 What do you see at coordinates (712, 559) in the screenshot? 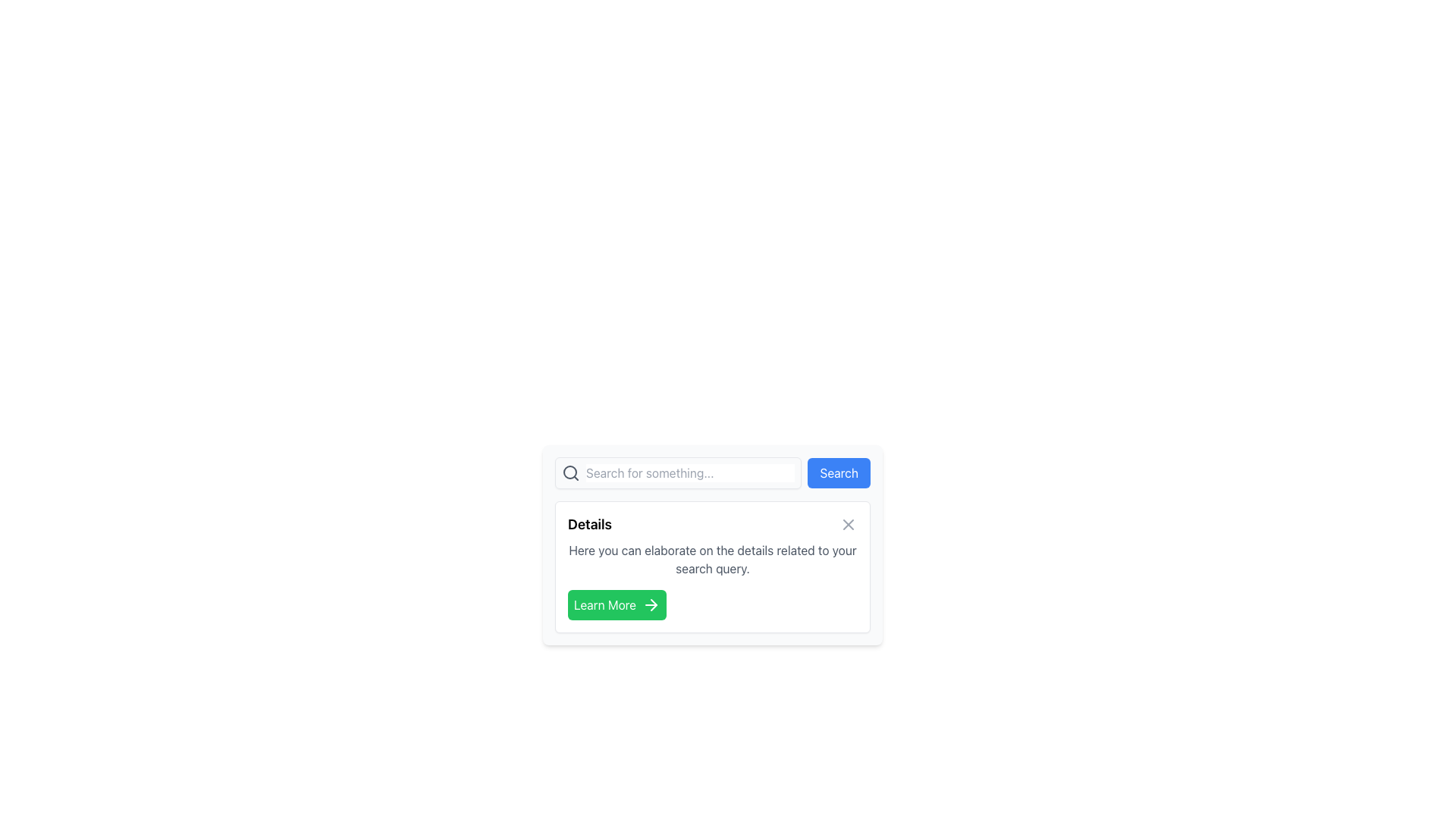
I see `text label displaying 'Here you can elaborate on the details related to your search query.' located in the modal under the 'Details' heading` at bounding box center [712, 559].